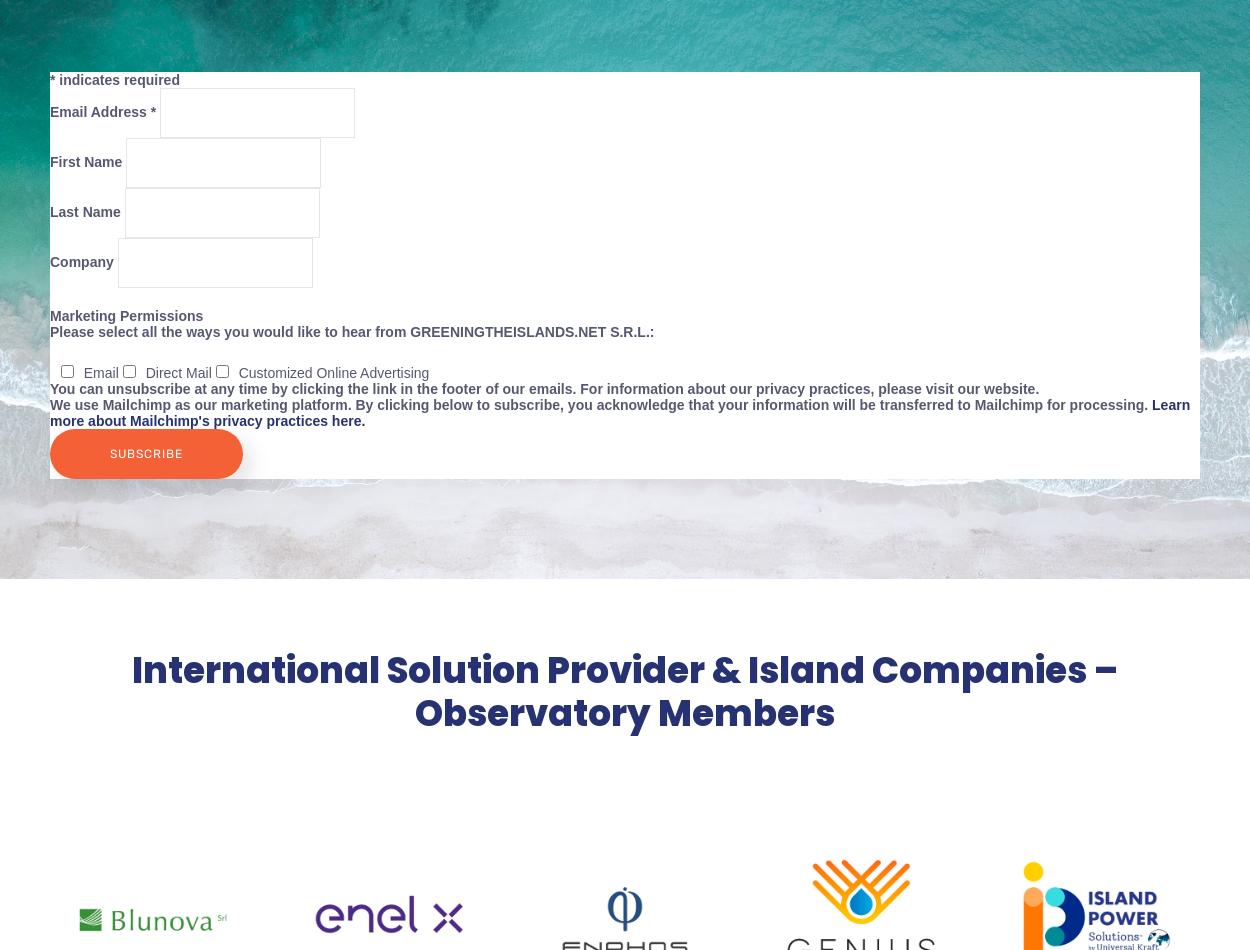 This screenshot has height=950, width=1250. What do you see at coordinates (132, 691) in the screenshot?
I see `'International Solution Provider & Island Companies – Observatory Members'` at bounding box center [132, 691].